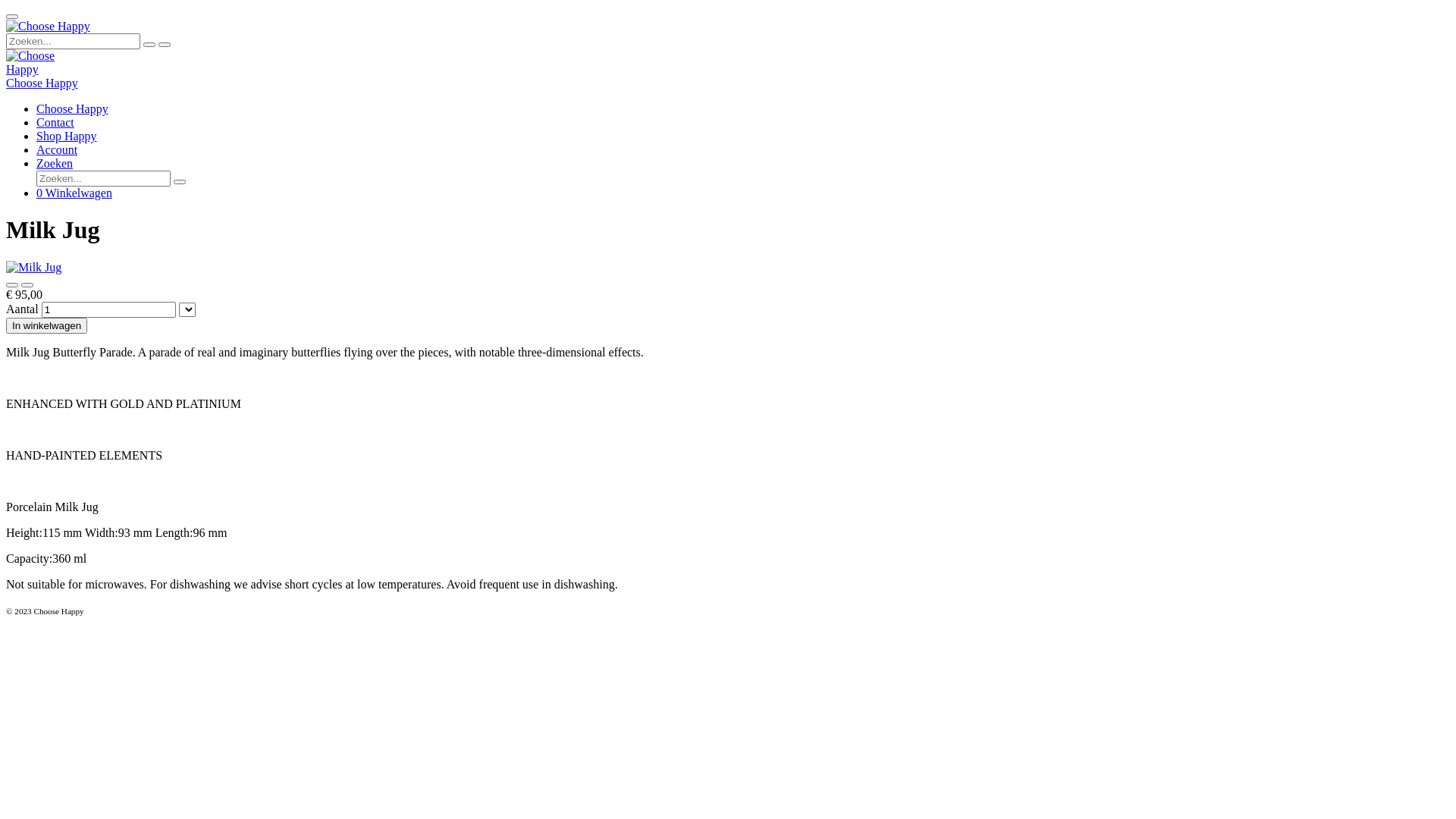  What do you see at coordinates (65, 135) in the screenshot?
I see `'Shop Happy'` at bounding box center [65, 135].